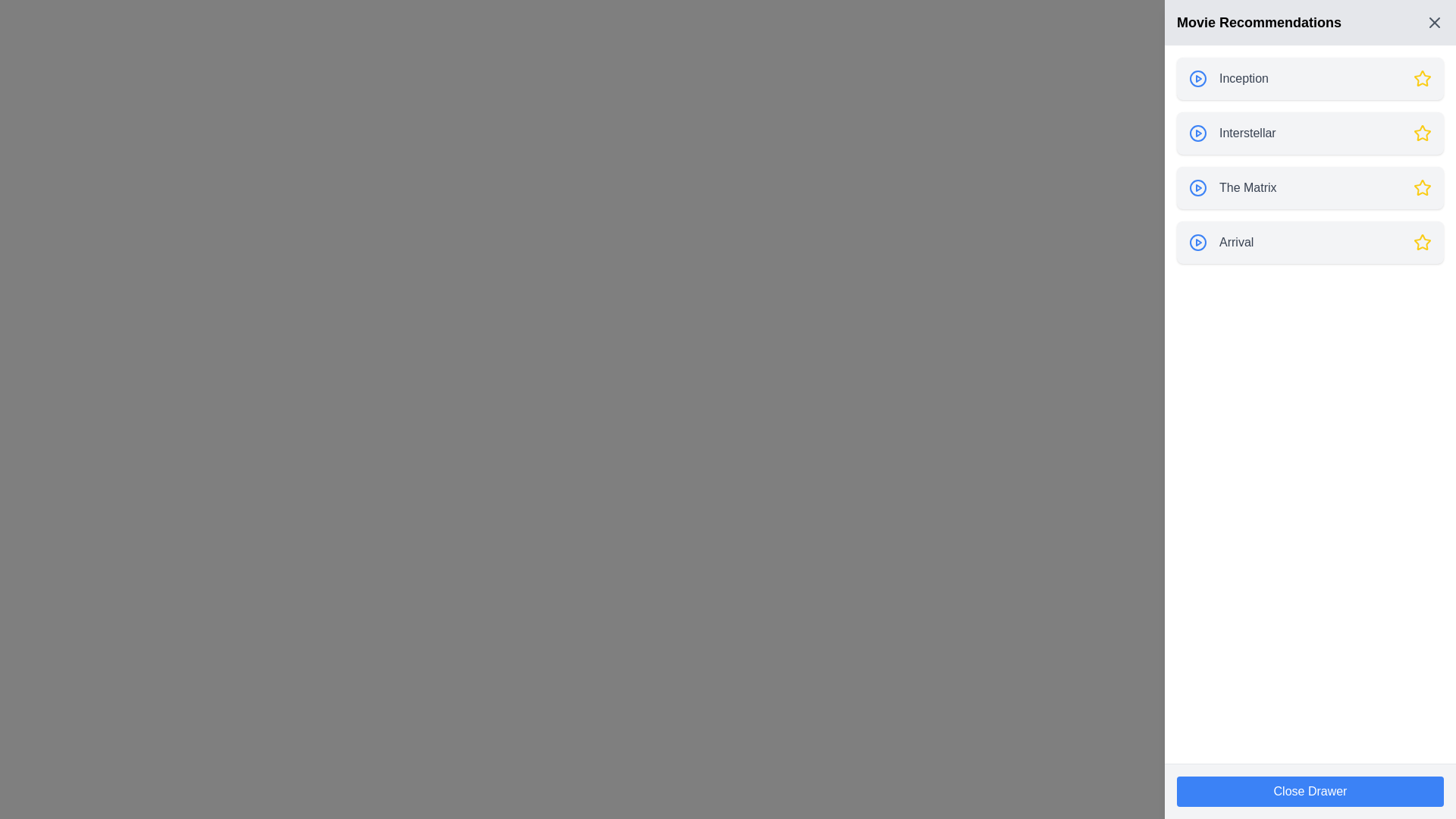 The height and width of the screenshot is (819, 1456). What do you see at coordinates (1197, 79) in the screenshot?
I see `the circular outline within the play button styled as an SVG icon, which is part of the first list item in the 'Movie Recommendations' section, located before the text 'Inception'` at bounding box center [1197, 79].